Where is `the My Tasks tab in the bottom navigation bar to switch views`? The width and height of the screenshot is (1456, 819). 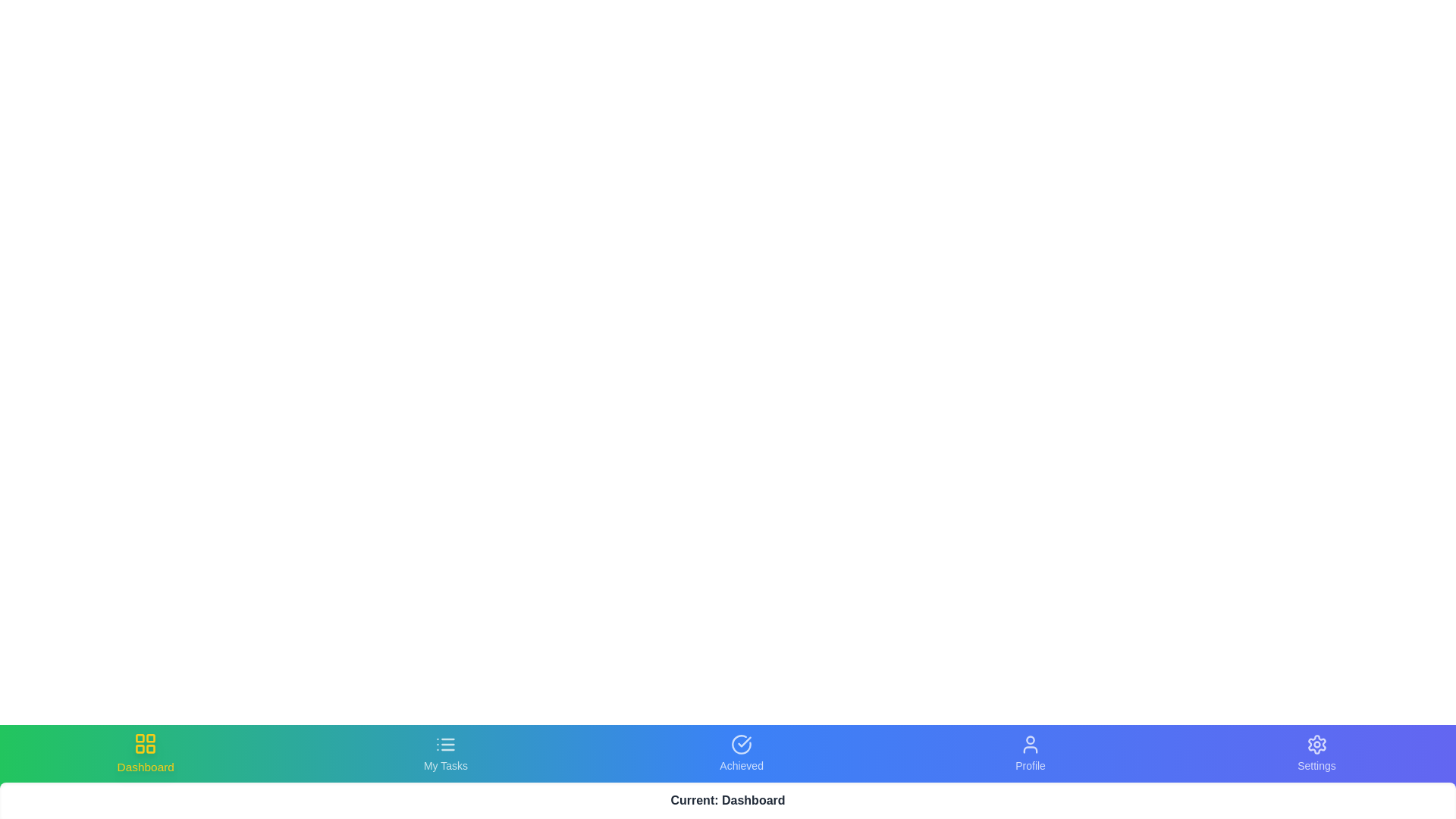 the My Tasks tab in the bottom navigation bar to switch views is located at coordinates (444, 754).